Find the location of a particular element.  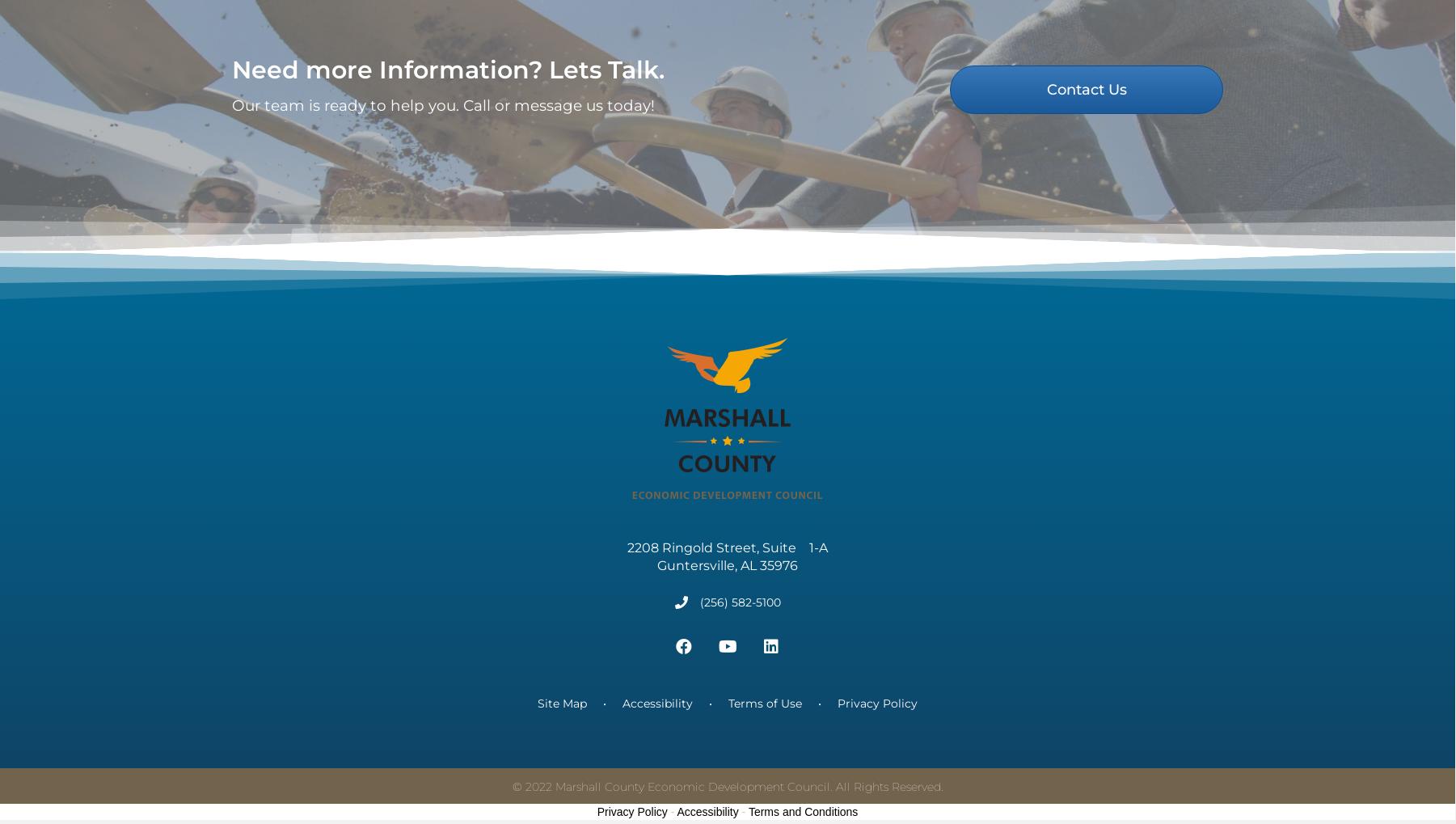

'(256) 582-5100' is located at coordinates (698, 622).